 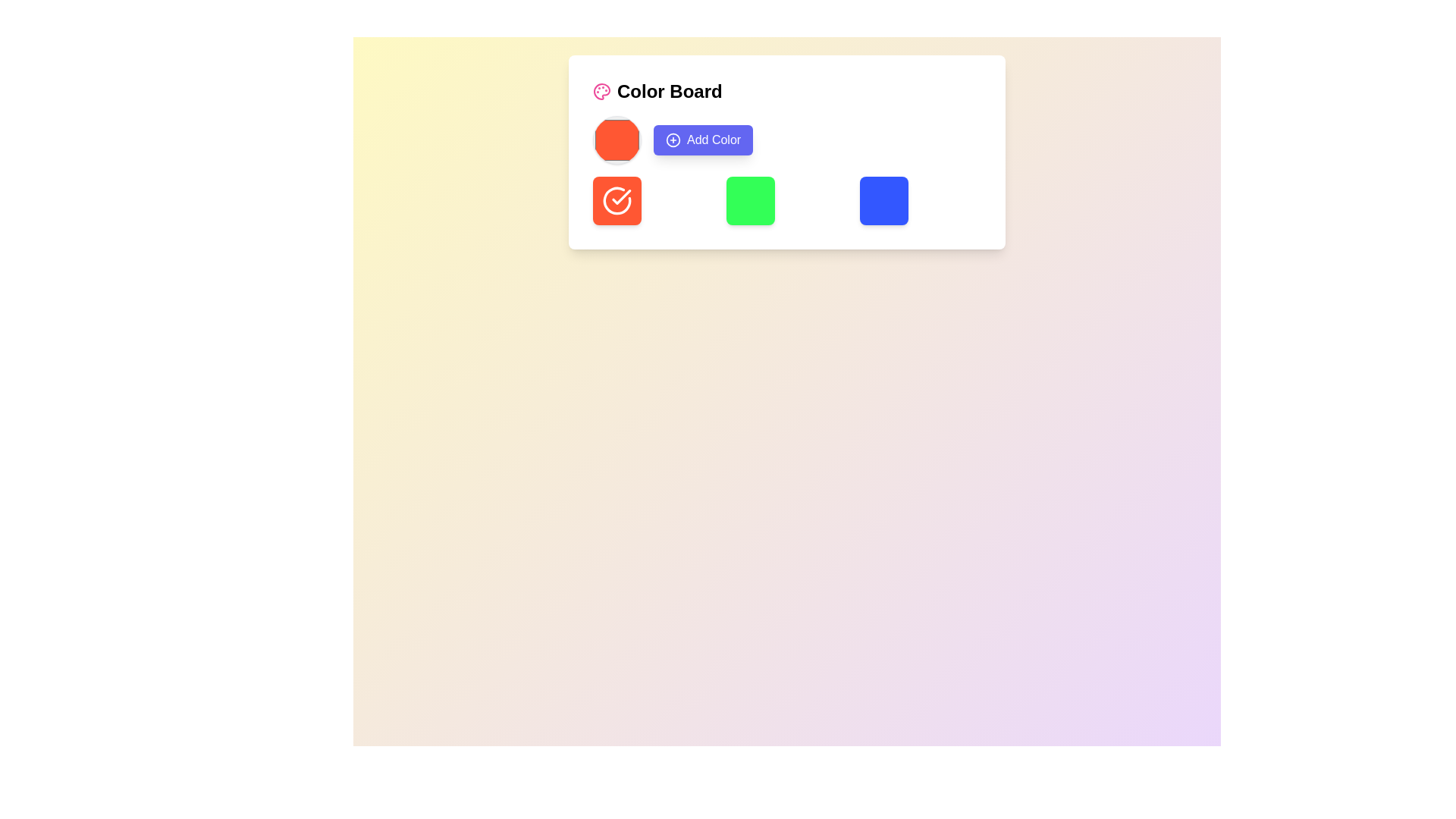 I want to click on the decorative square with rounded corners and a bright green background, so click(x=750, y=200).